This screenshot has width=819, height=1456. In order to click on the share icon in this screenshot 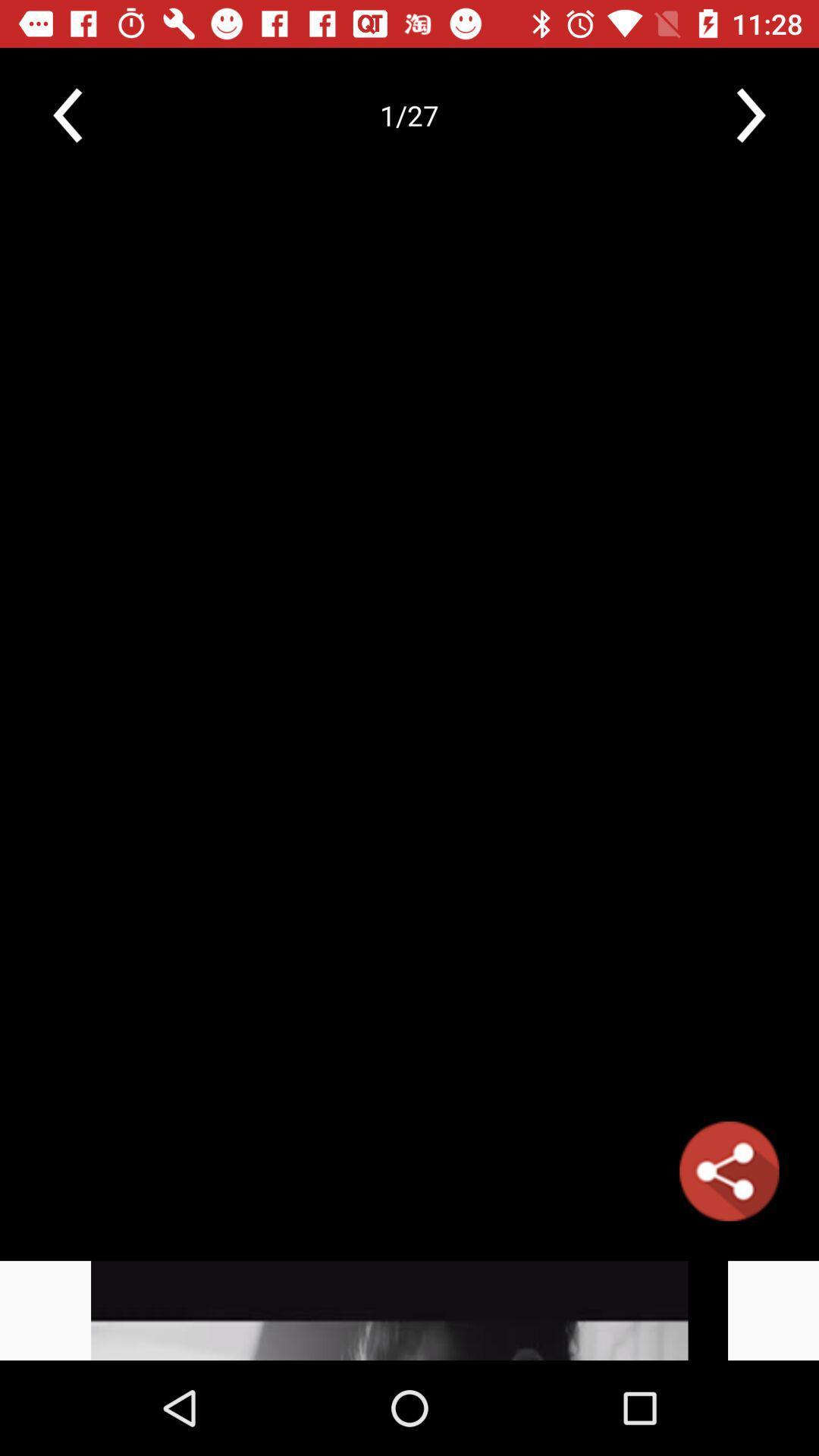, I will do `click(728, 1170)`.